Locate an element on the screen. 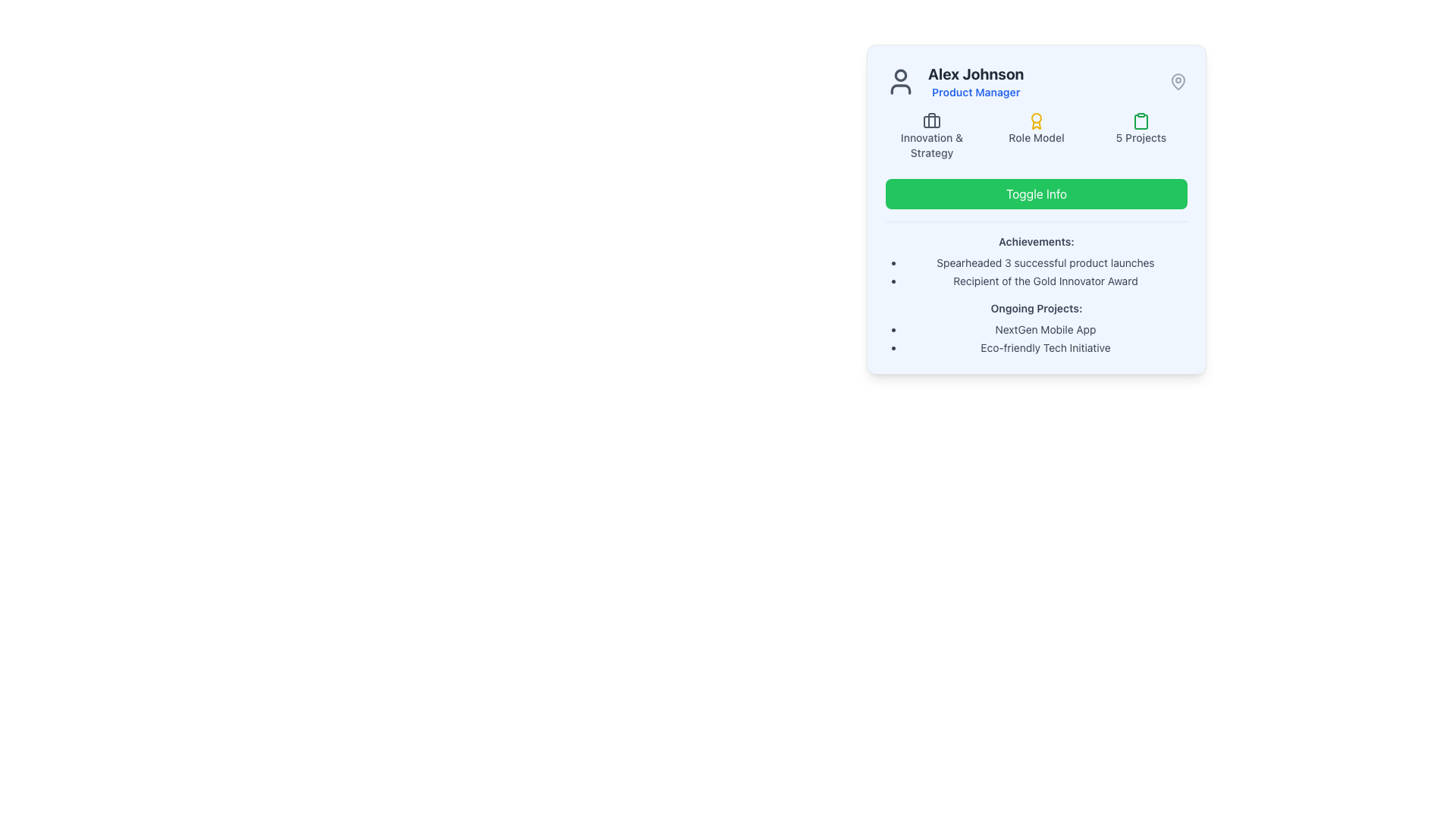 Image resolution: width=1456 pixels, height=819 pixels. the user profile icon located at the top-left section of the profile card, next to the name 'Alex Johnson' and role 'Product Manager' is located at coordinates (901, 82).